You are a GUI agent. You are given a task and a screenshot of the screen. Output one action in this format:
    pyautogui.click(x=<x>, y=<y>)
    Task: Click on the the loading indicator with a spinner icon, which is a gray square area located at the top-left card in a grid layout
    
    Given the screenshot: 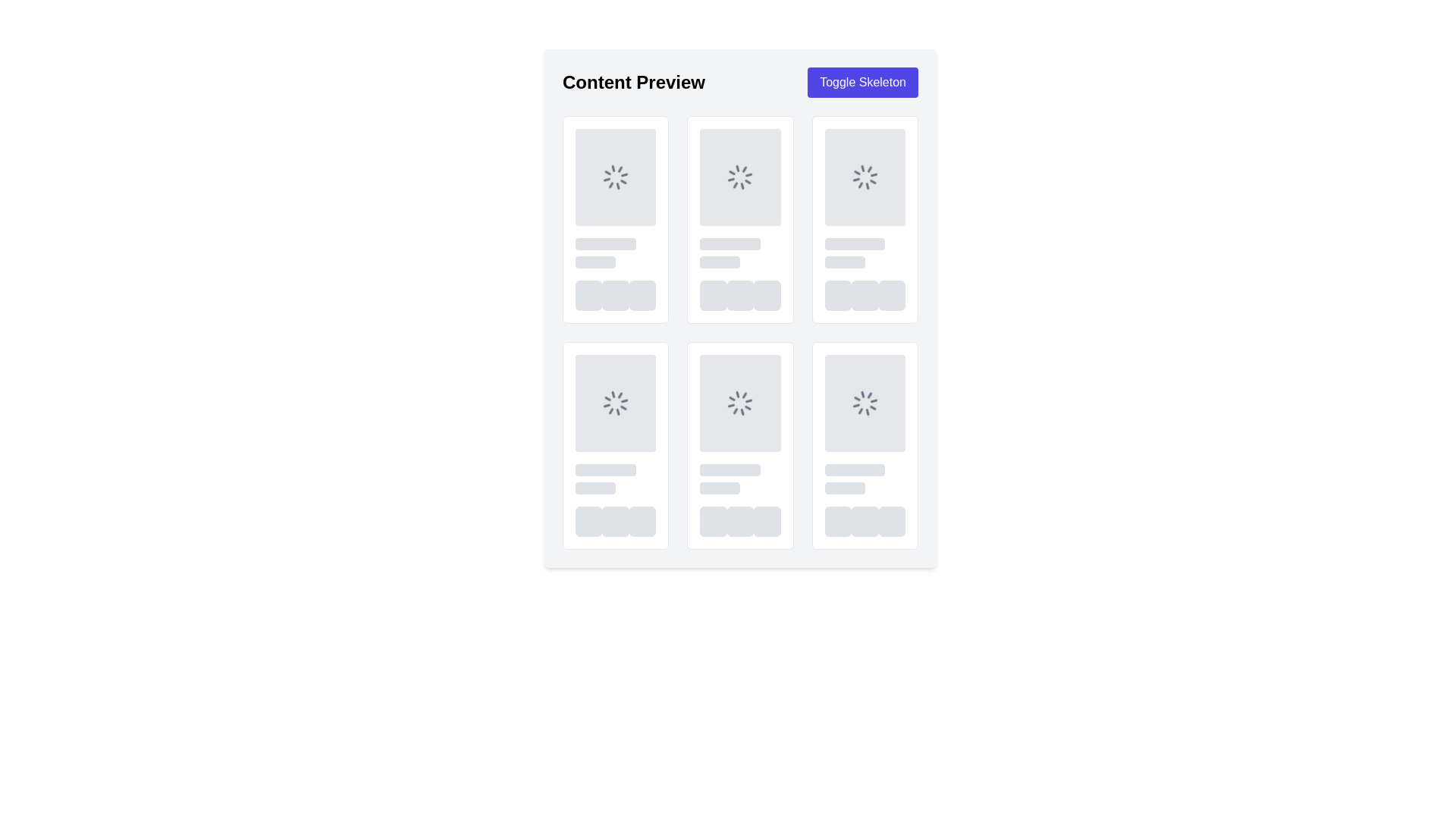 What is the action you would take?
    pyautogui.click(x=616, y=177)
    